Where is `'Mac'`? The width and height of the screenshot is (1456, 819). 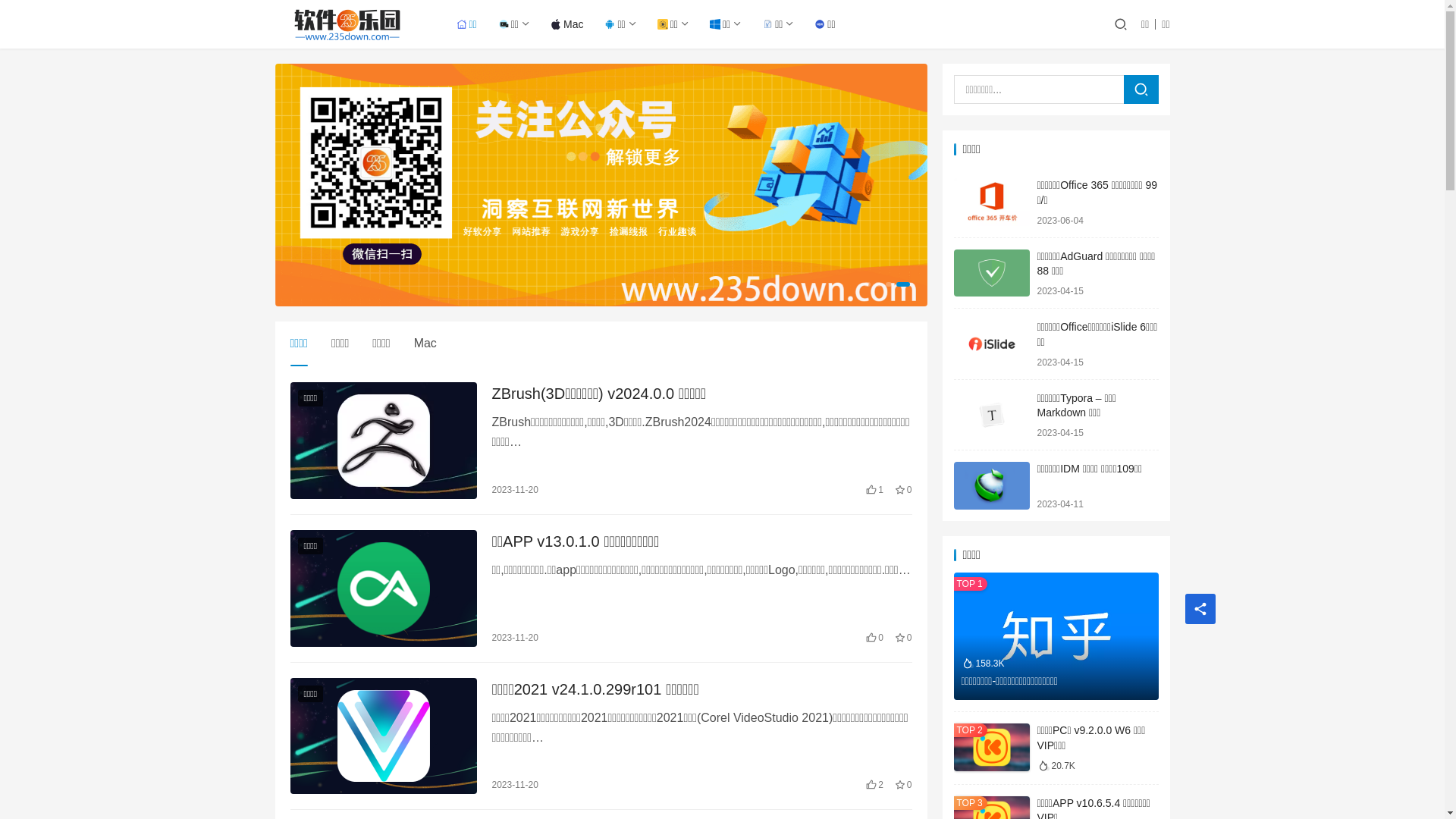 'Mac' is located at coordinates (566, 24).